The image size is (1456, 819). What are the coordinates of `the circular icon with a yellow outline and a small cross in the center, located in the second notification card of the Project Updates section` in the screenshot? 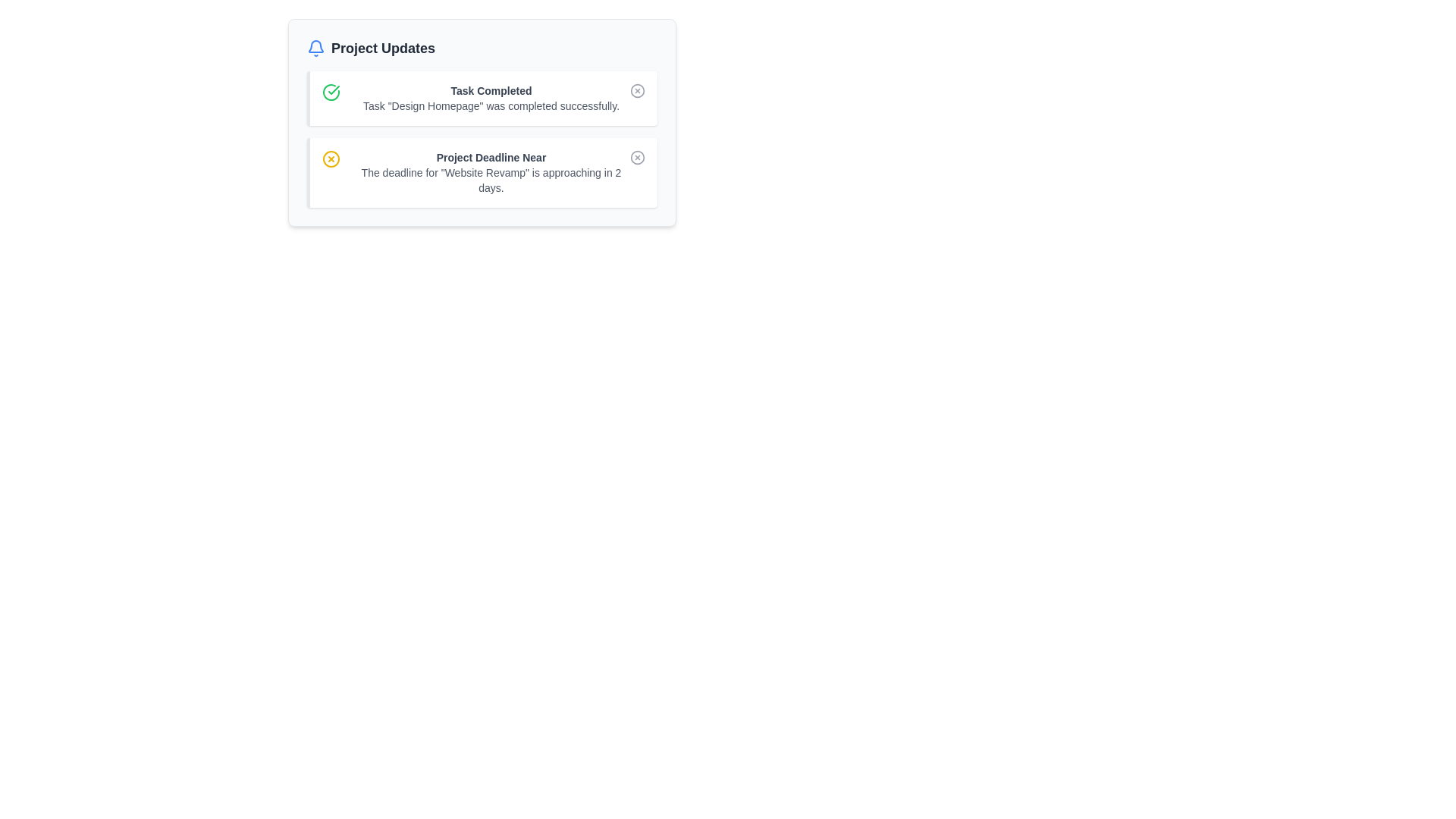 It's located at (330, 158).